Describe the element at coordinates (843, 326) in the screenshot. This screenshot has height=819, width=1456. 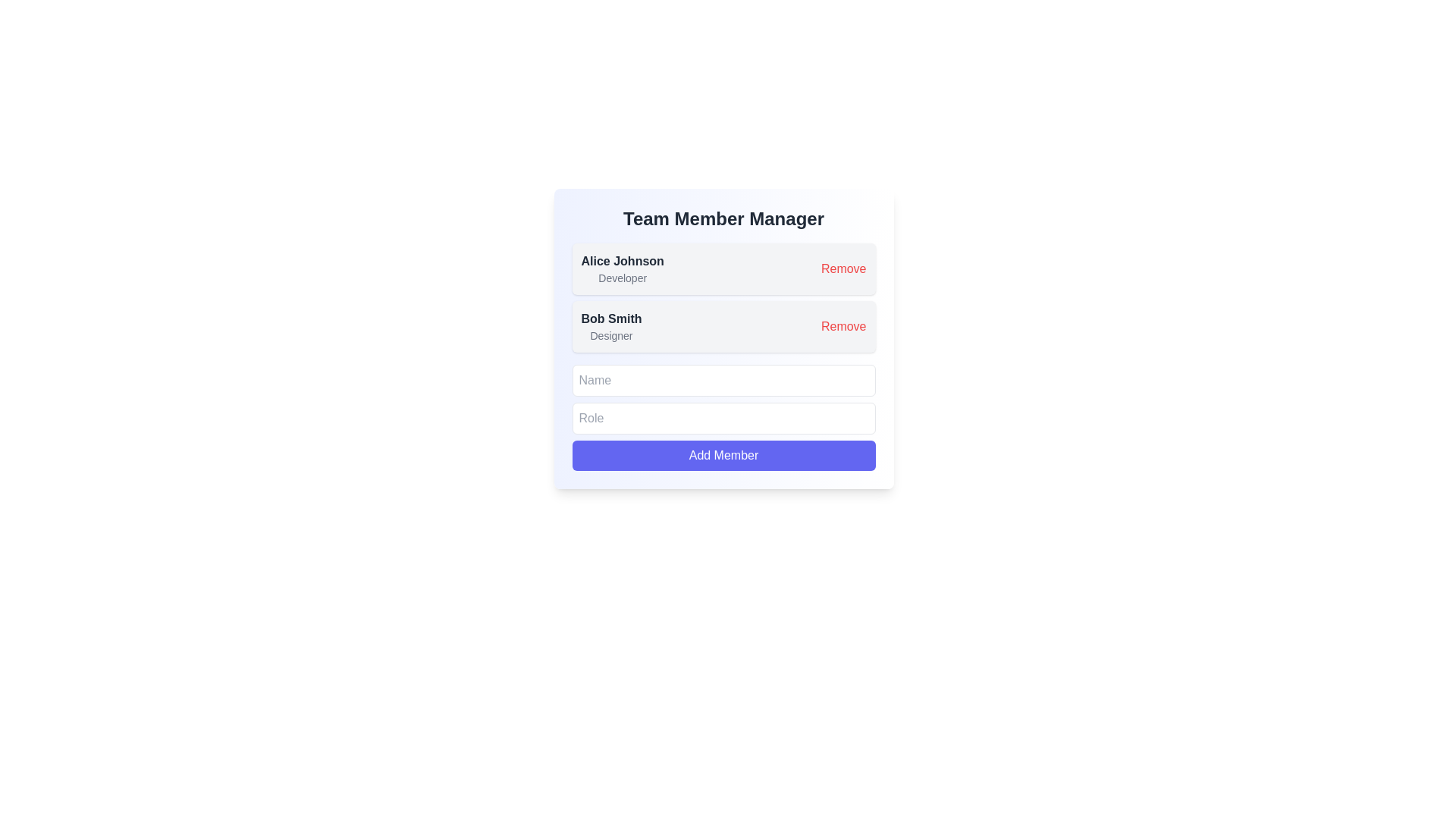
I see `the interactive text button used to remove 'Bob Smith' from the list` at that location.